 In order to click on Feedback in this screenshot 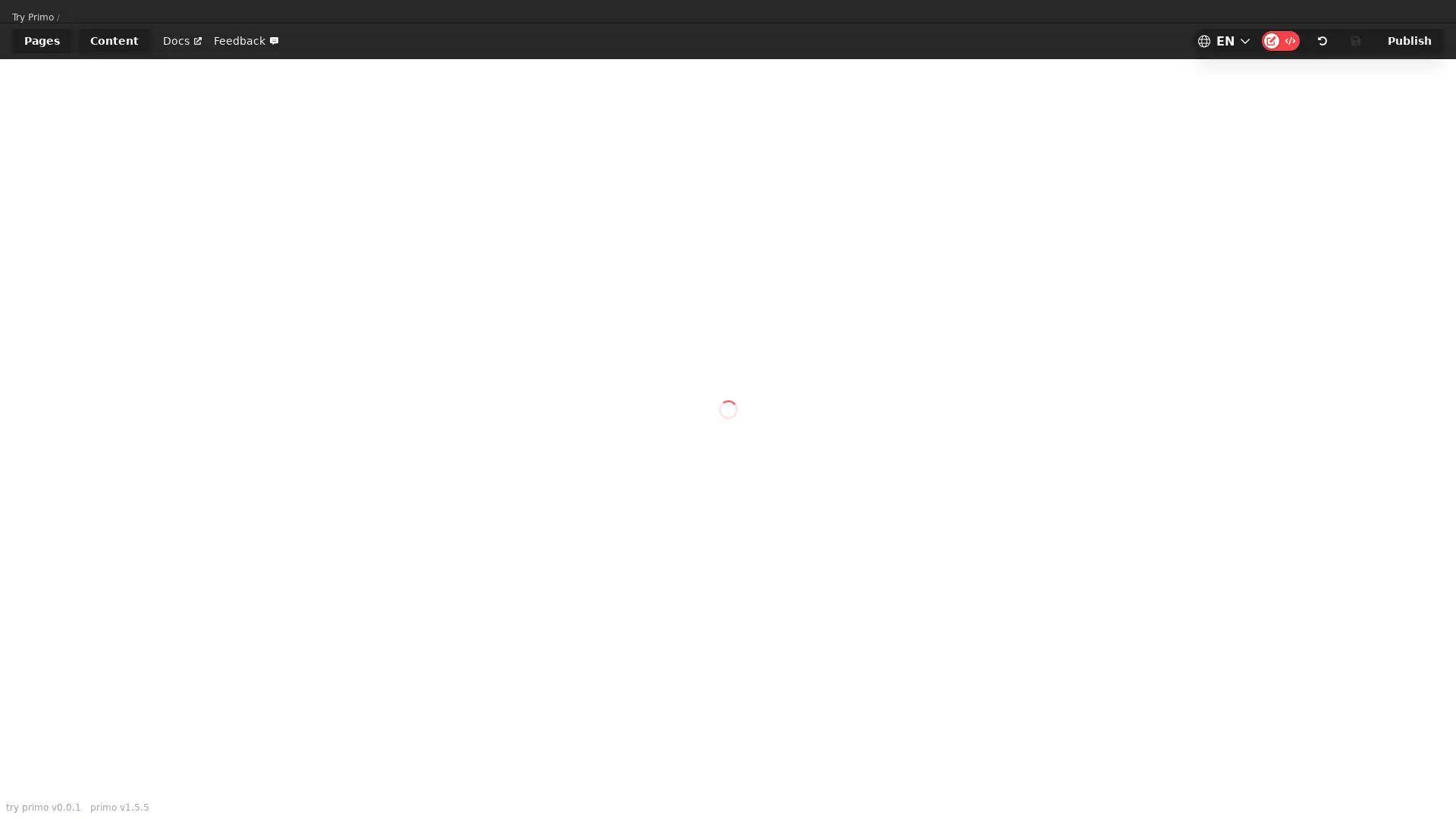, I will do `click(246, 40)`.